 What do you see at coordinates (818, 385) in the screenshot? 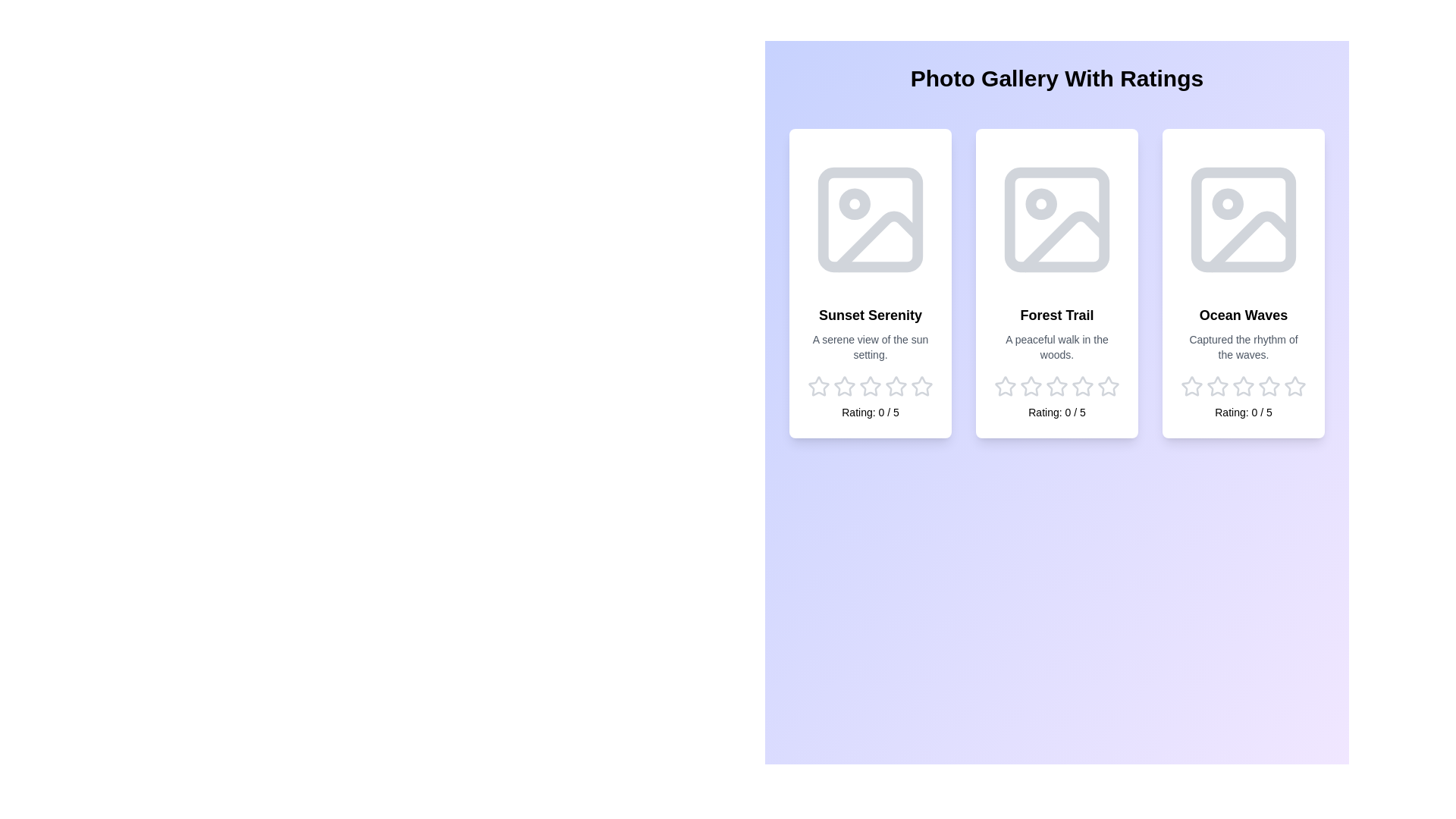
I see `the star corresponding to the rating 1 for the image Sunset Serenity` at bounding box center [818, 385].